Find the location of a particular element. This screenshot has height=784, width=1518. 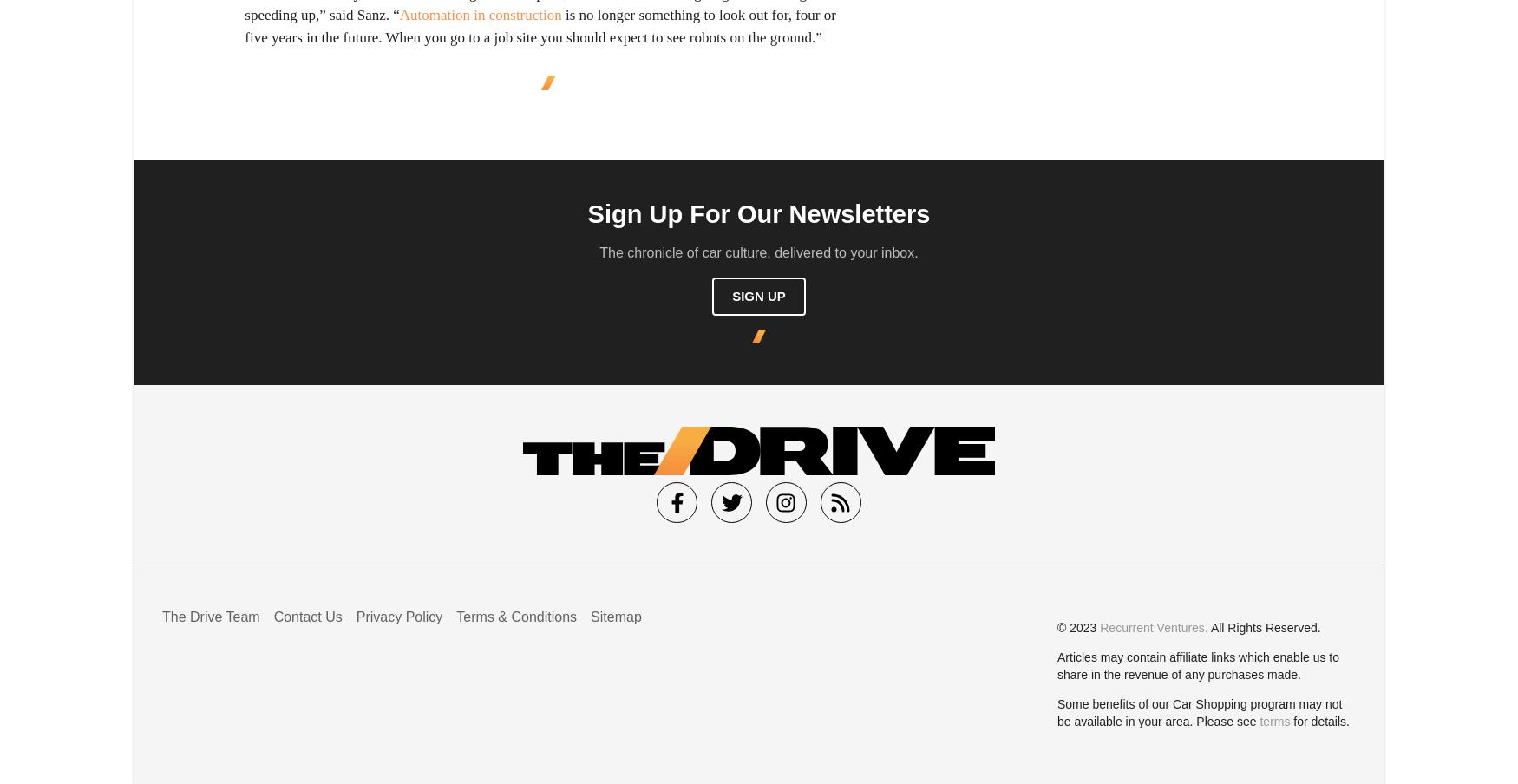

'for details.' is located at coordinates (1318, 721).